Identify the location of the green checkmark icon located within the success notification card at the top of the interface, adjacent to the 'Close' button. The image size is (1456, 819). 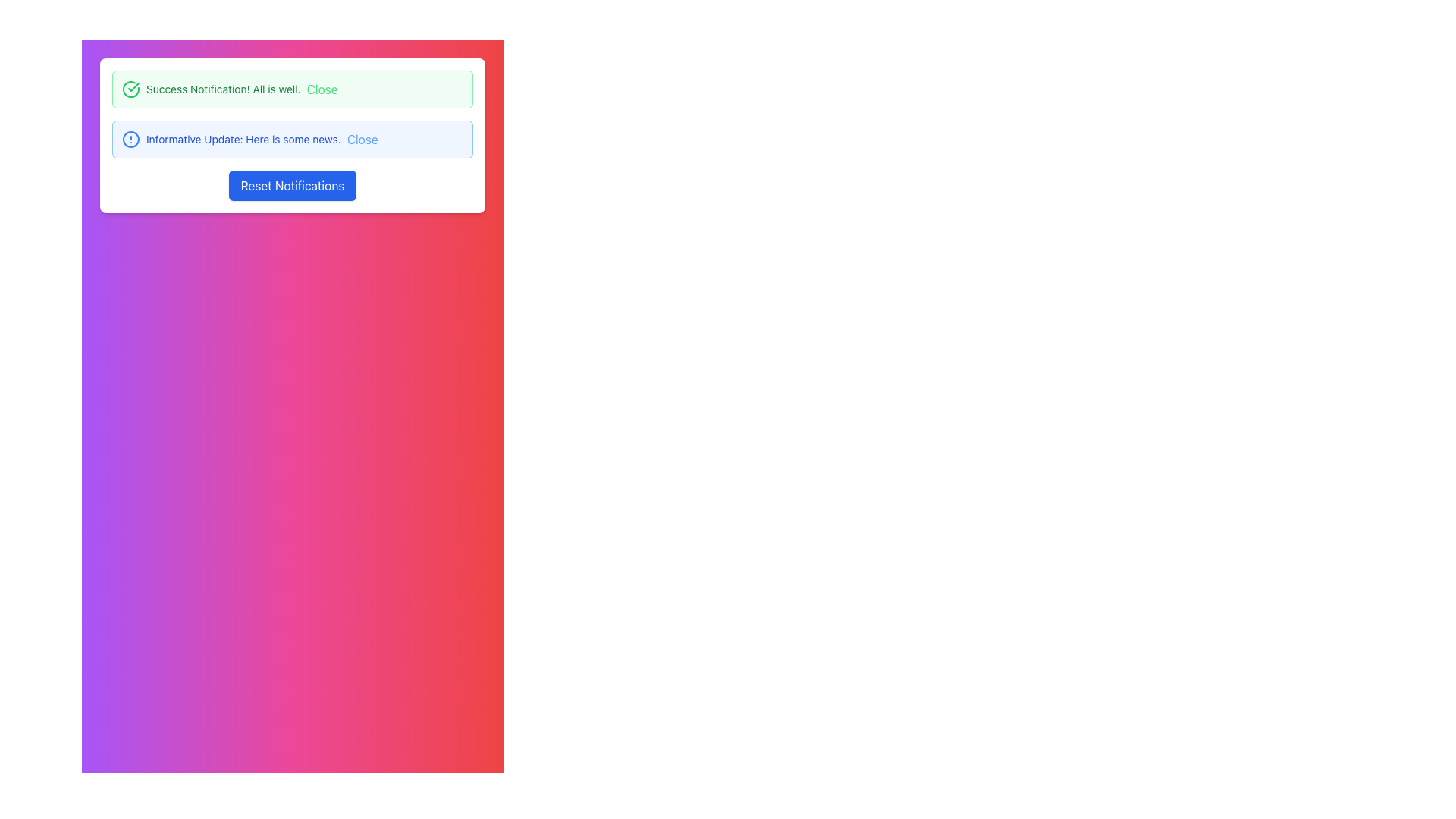
(133, 87).